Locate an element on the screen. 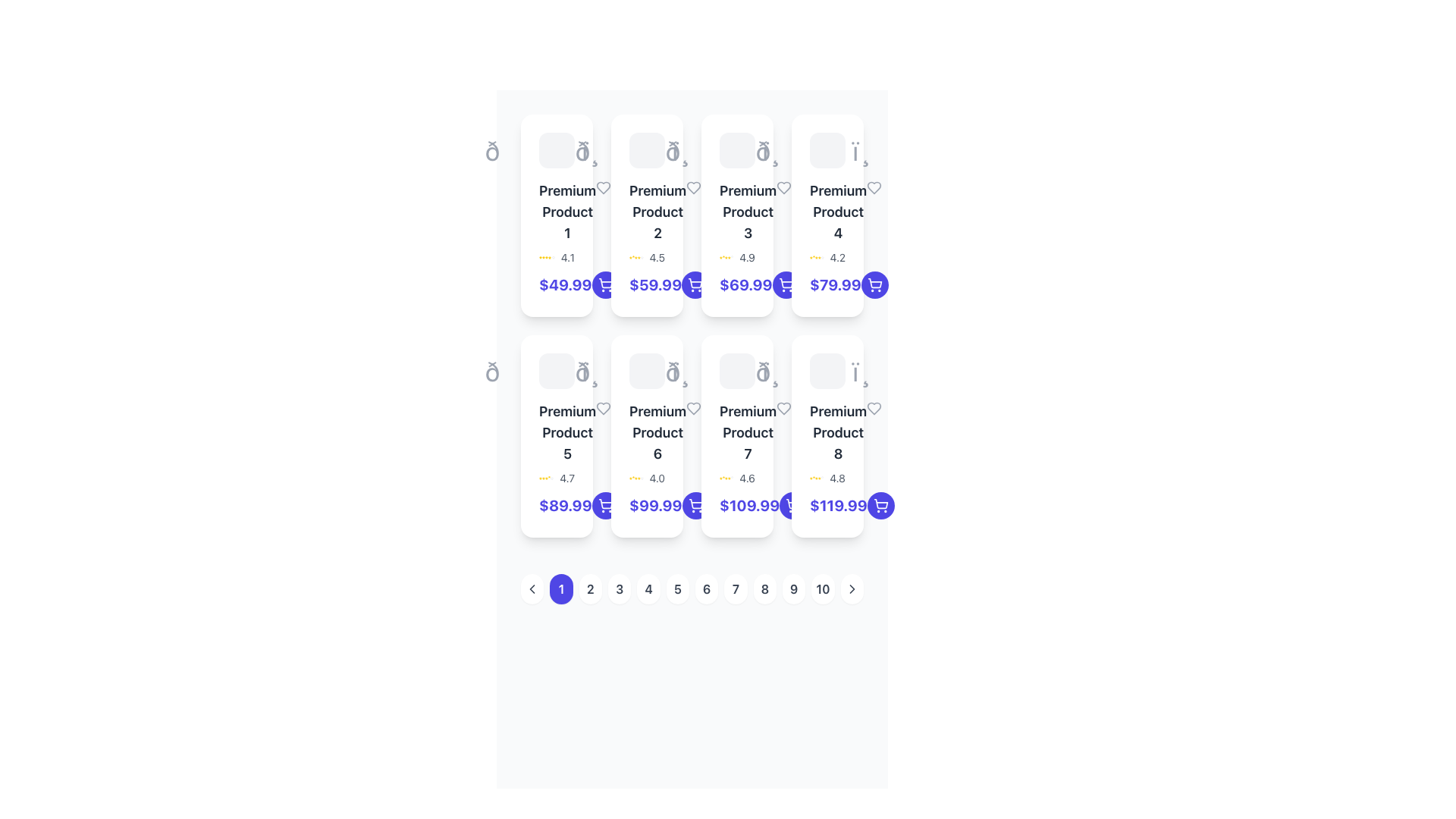 The image size is (1456, 819). first filled yellow star icon located next to the text '4.7' in the fifth product card from the left in the second row is located at coordinates (540, 479).